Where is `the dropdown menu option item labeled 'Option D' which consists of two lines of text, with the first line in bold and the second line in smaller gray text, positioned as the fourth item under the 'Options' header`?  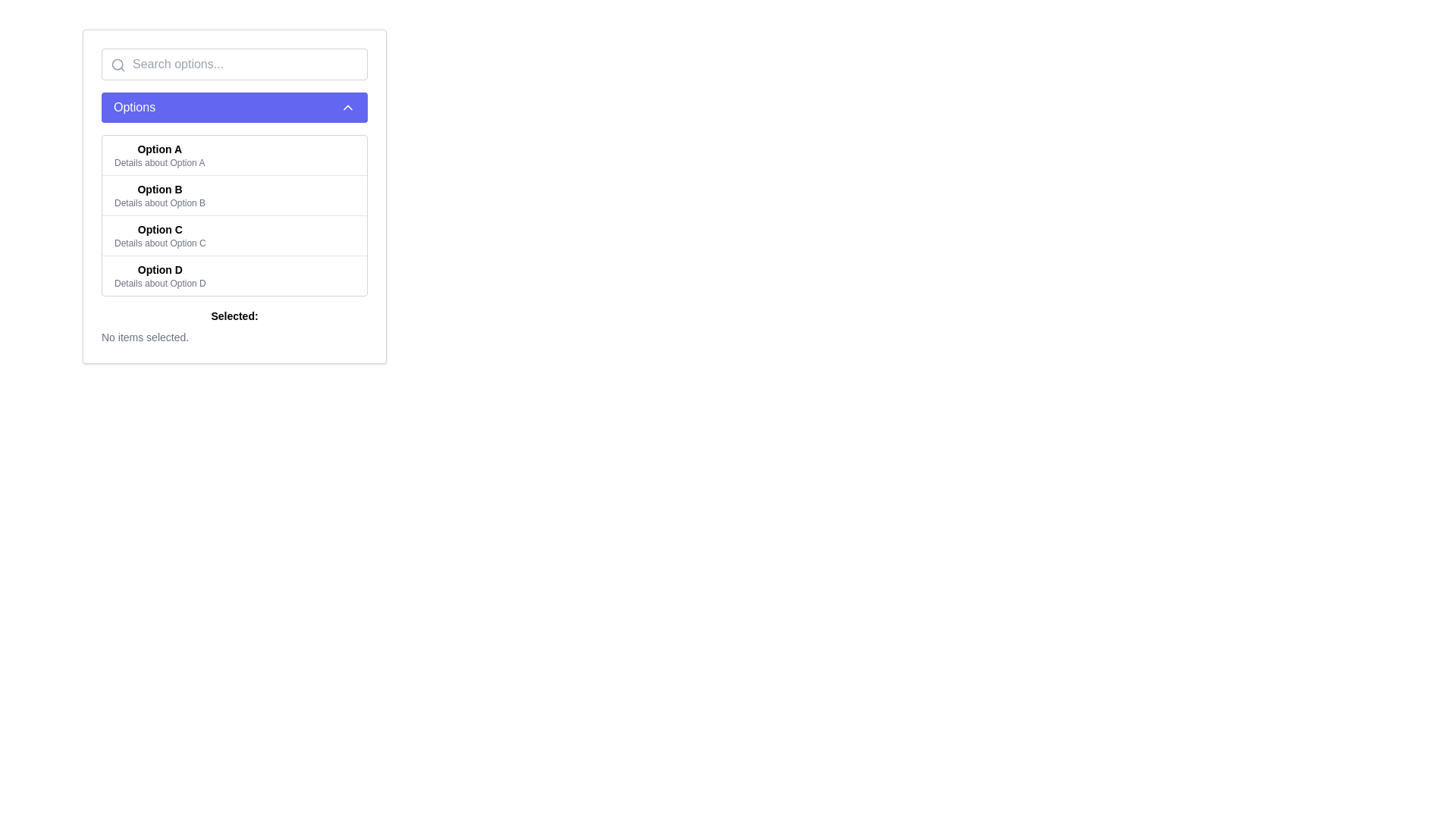 the dropdown menu option item labeled 'Option D' which consists of two lines of text, with the first line in bold and the second line in smaller gray text, positioned as the fourth item under the 'Options' header is located at coordinates (160, 275).